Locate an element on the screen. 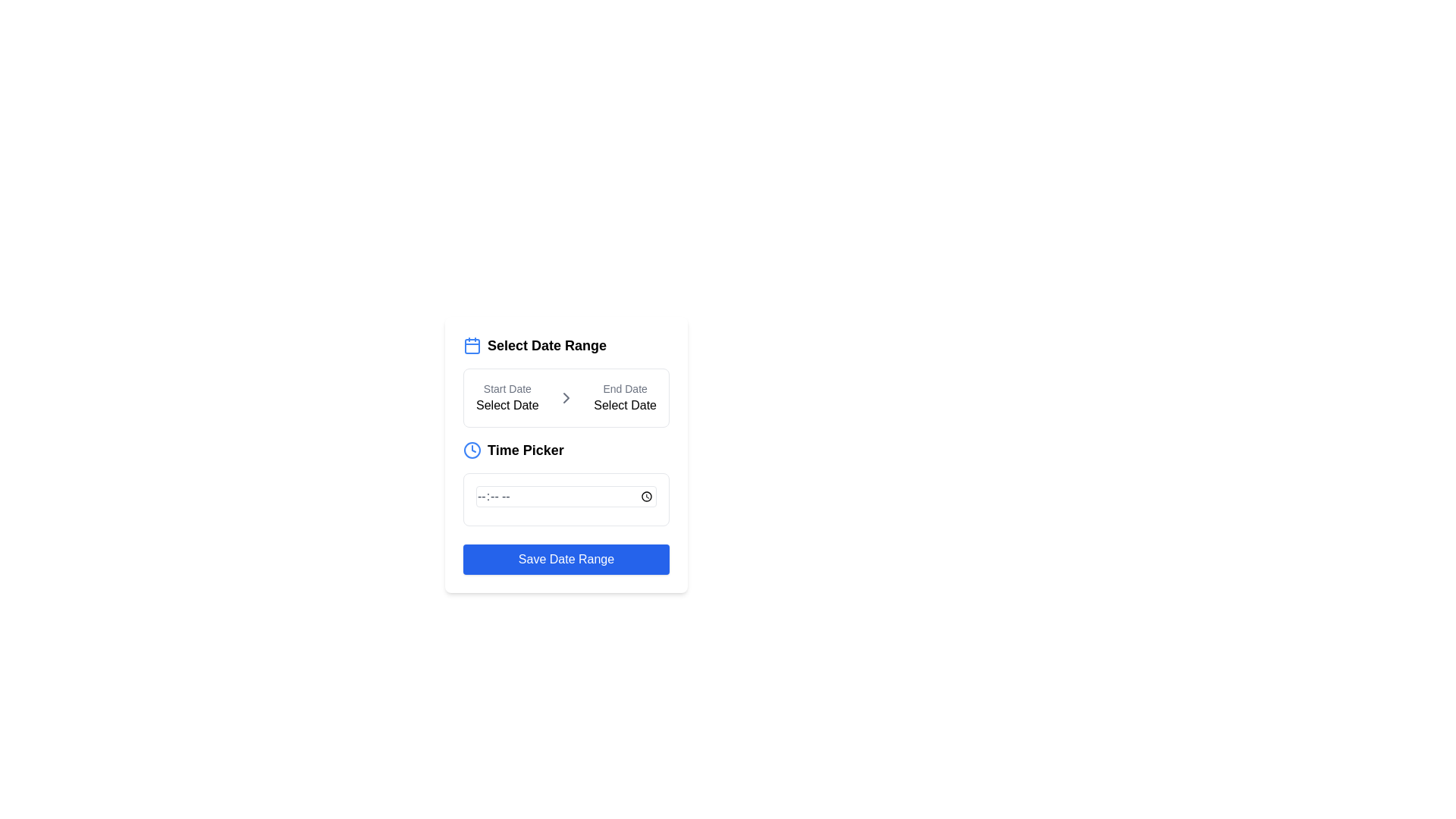  the decorative background rectangle of the calendar icon located to the left of the 'Select Date Range' label is located at coordinates (472, 346).